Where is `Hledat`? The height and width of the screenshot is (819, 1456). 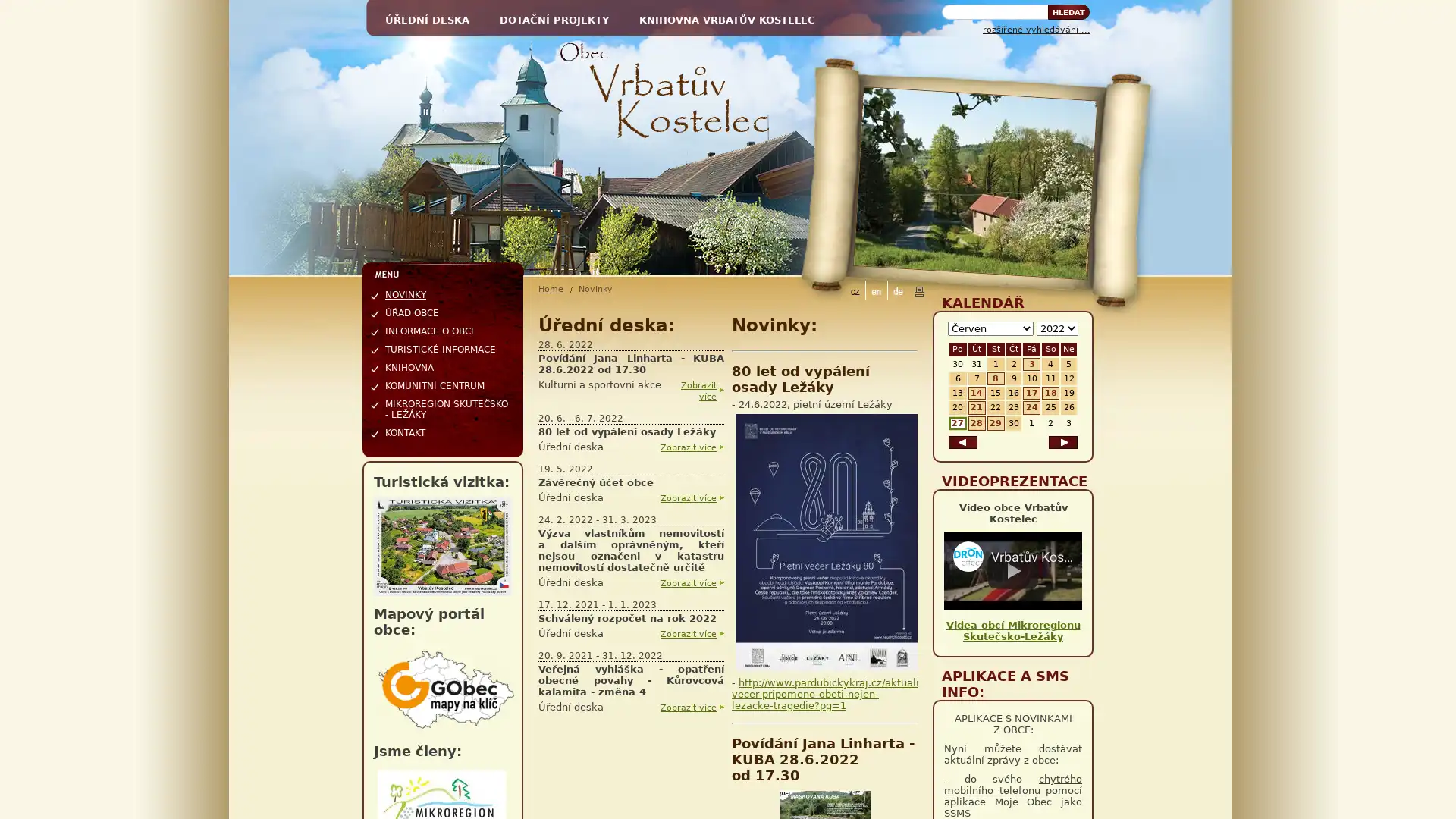
Hledat is located at coordinates (1068, 11).